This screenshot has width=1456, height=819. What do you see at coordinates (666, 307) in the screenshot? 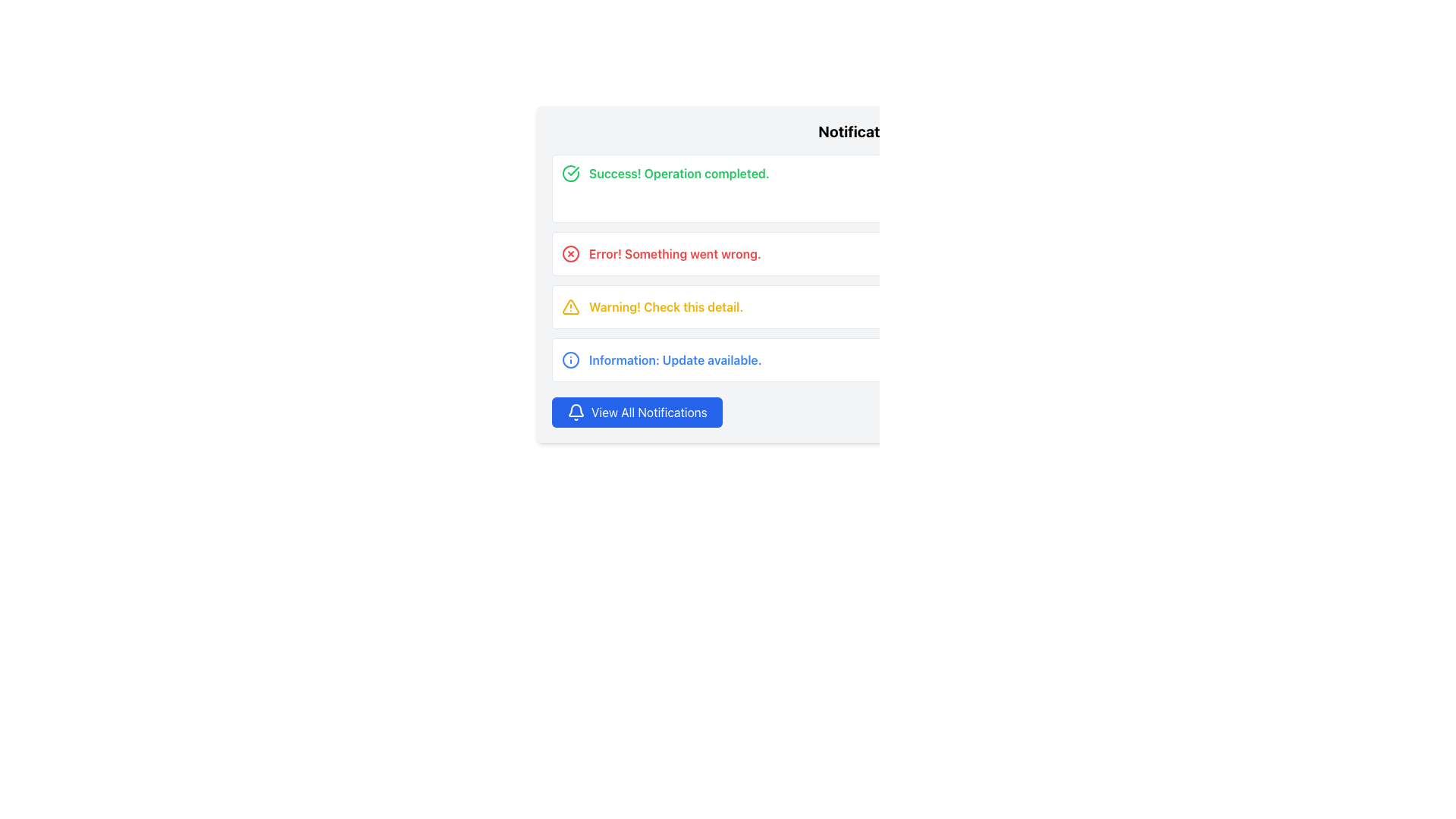
I see `the warning message located in the third notification row, positioned to the right of the warning icon and to the left of the 'Review' button` at bounding box center [666, 307].